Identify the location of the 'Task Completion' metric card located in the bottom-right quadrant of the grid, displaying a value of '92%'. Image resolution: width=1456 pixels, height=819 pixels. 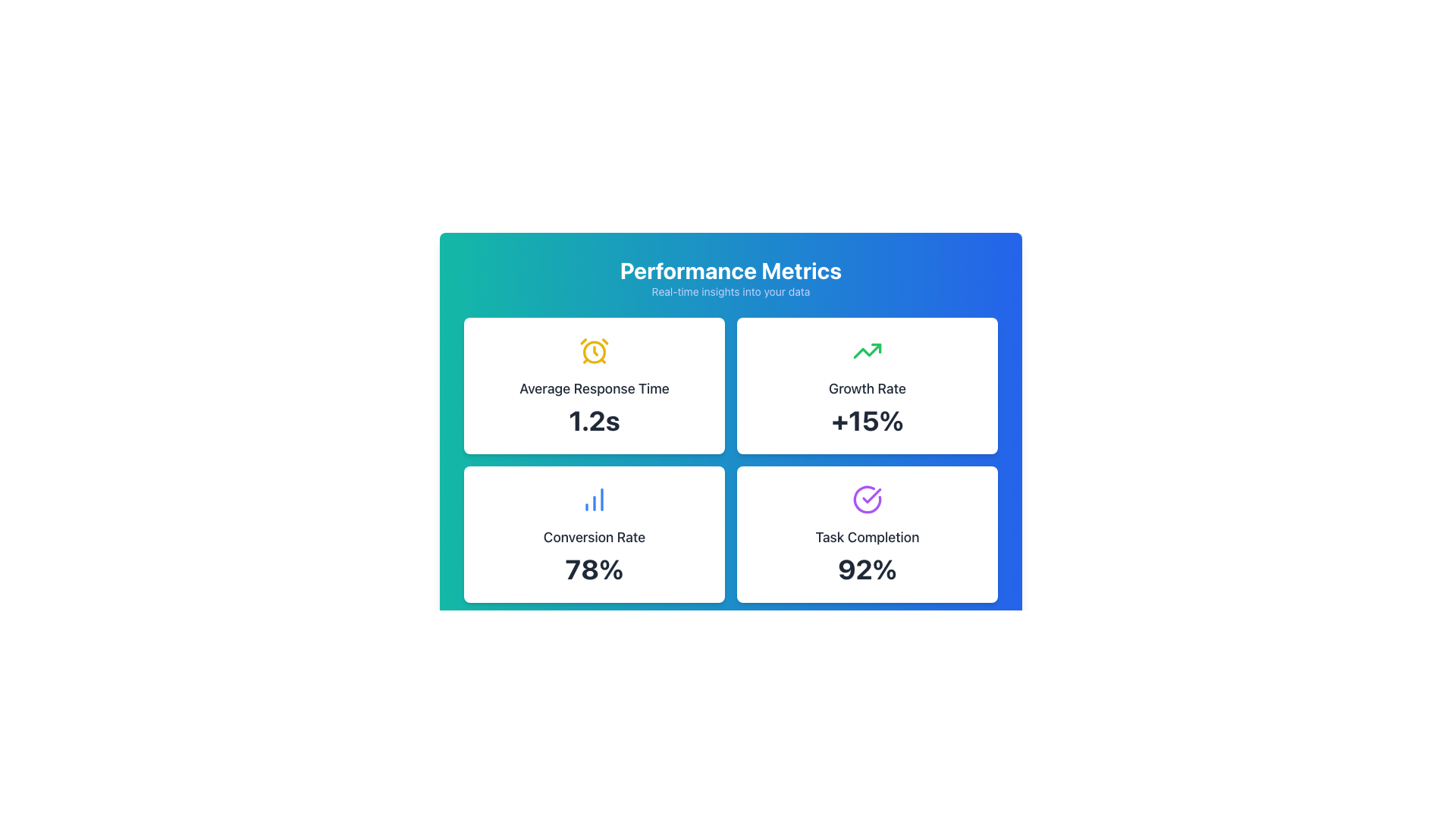
(867, 534).